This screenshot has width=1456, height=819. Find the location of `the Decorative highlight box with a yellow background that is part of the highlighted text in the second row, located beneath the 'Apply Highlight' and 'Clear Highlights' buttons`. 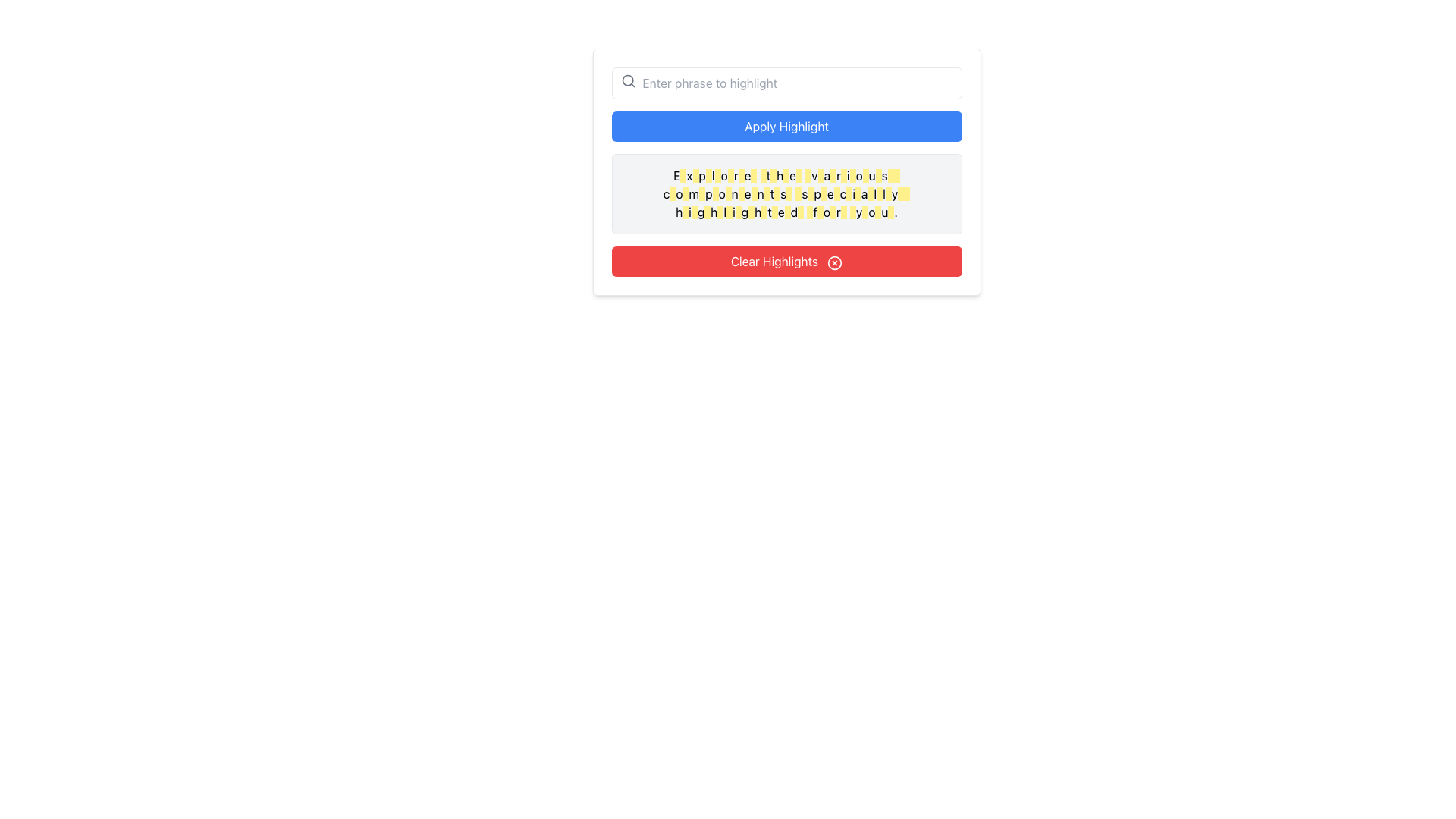

the Decorative highlight box with a yellow background that is part of the highlighted text in the second row, located beneath the 'Apply Highlight' and 'Clear Highlights' buttons is located at coordinates (672, 193).